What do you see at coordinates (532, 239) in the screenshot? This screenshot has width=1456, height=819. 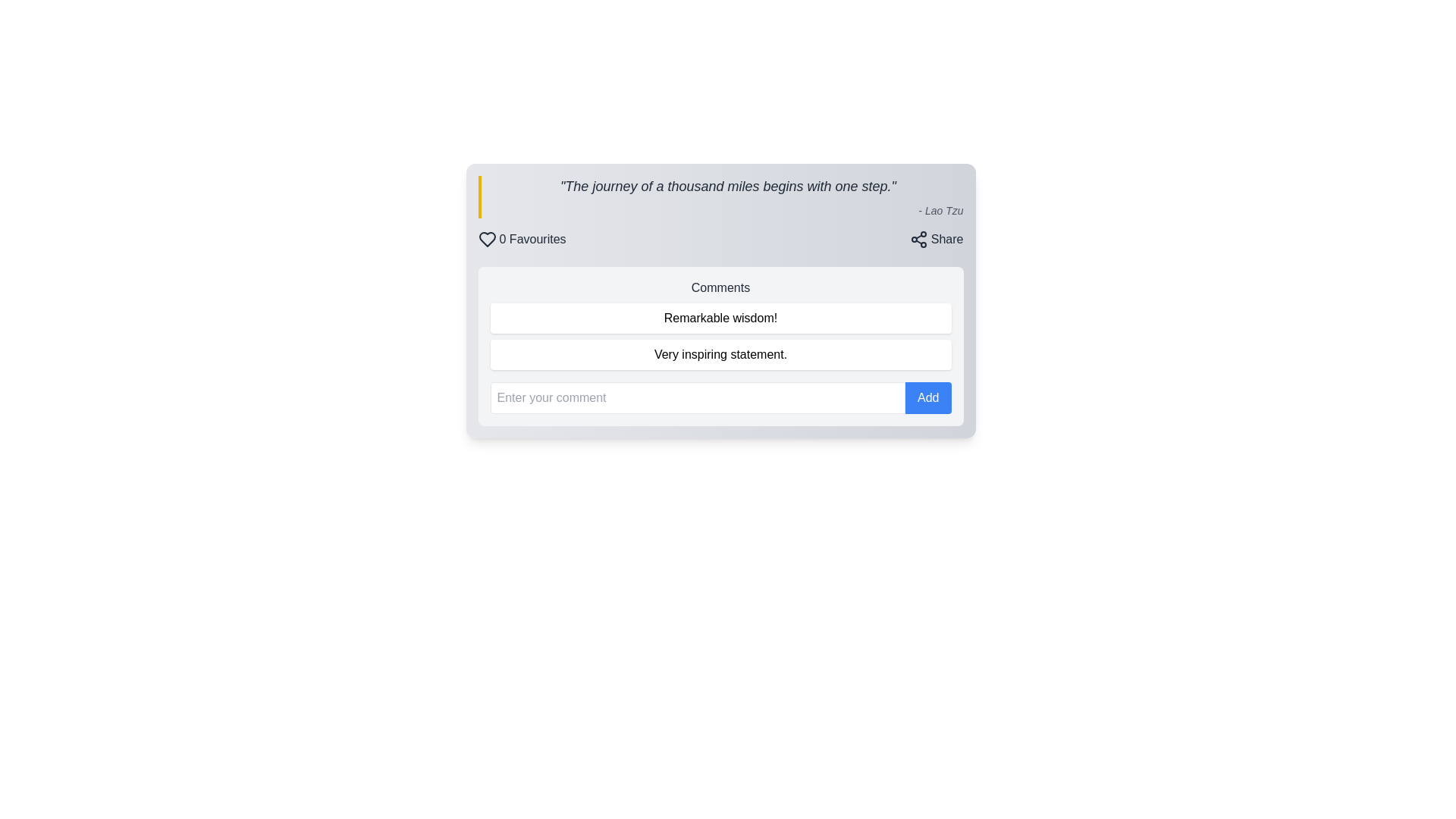 I see `the text label '0 Favourites' which is styled in dark gray and positioned next to a heart icon, located below a motivational quote in the middle-left section of the interface` at bounding box center [532, 239].